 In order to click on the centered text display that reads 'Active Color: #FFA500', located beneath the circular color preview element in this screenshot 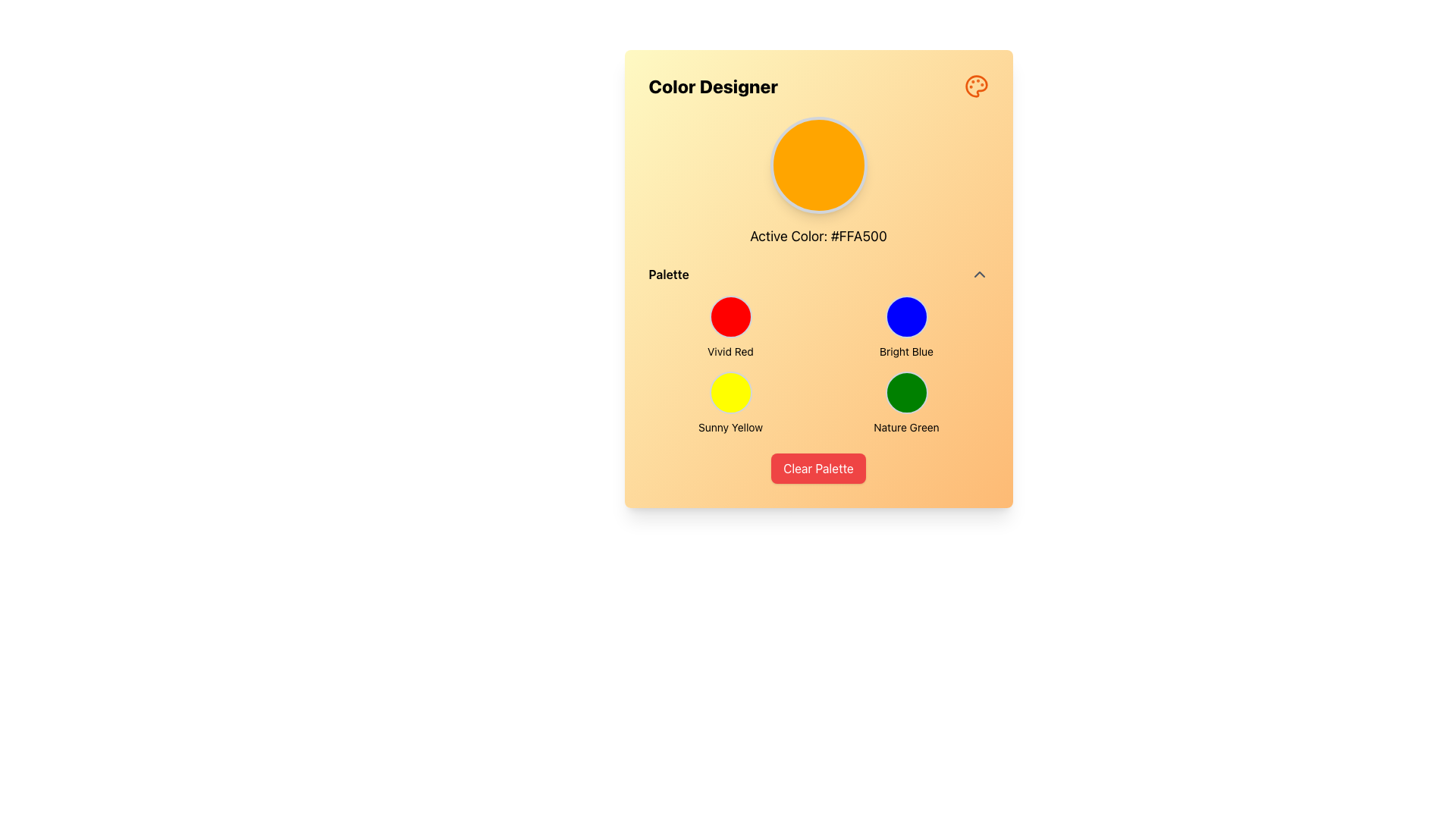, I will do `click(817, 237)`.